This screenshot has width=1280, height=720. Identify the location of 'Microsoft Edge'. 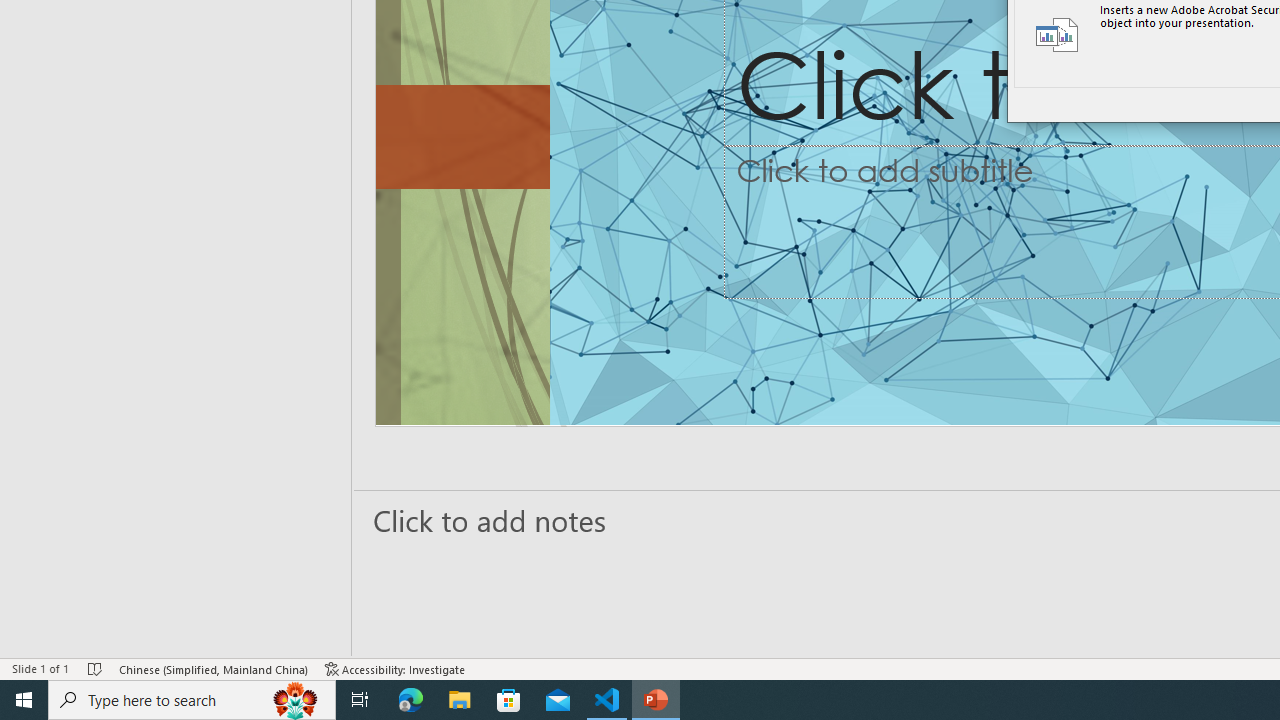
(410, 698).